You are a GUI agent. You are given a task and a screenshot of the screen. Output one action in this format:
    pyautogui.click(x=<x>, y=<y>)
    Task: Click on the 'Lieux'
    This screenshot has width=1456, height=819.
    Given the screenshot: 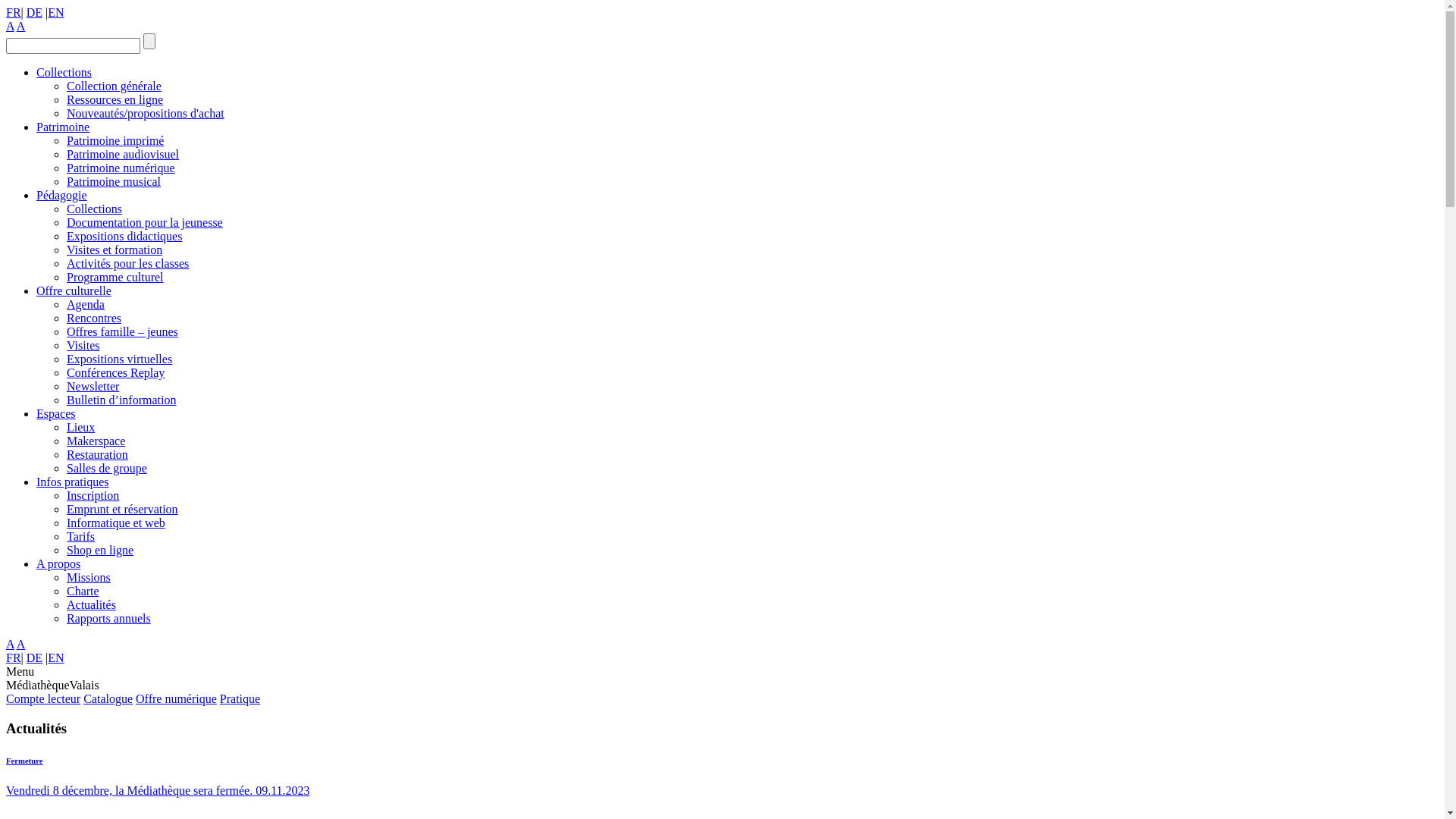 What is the action you would take?
    pyautogui.click(x=65, y=427)
    